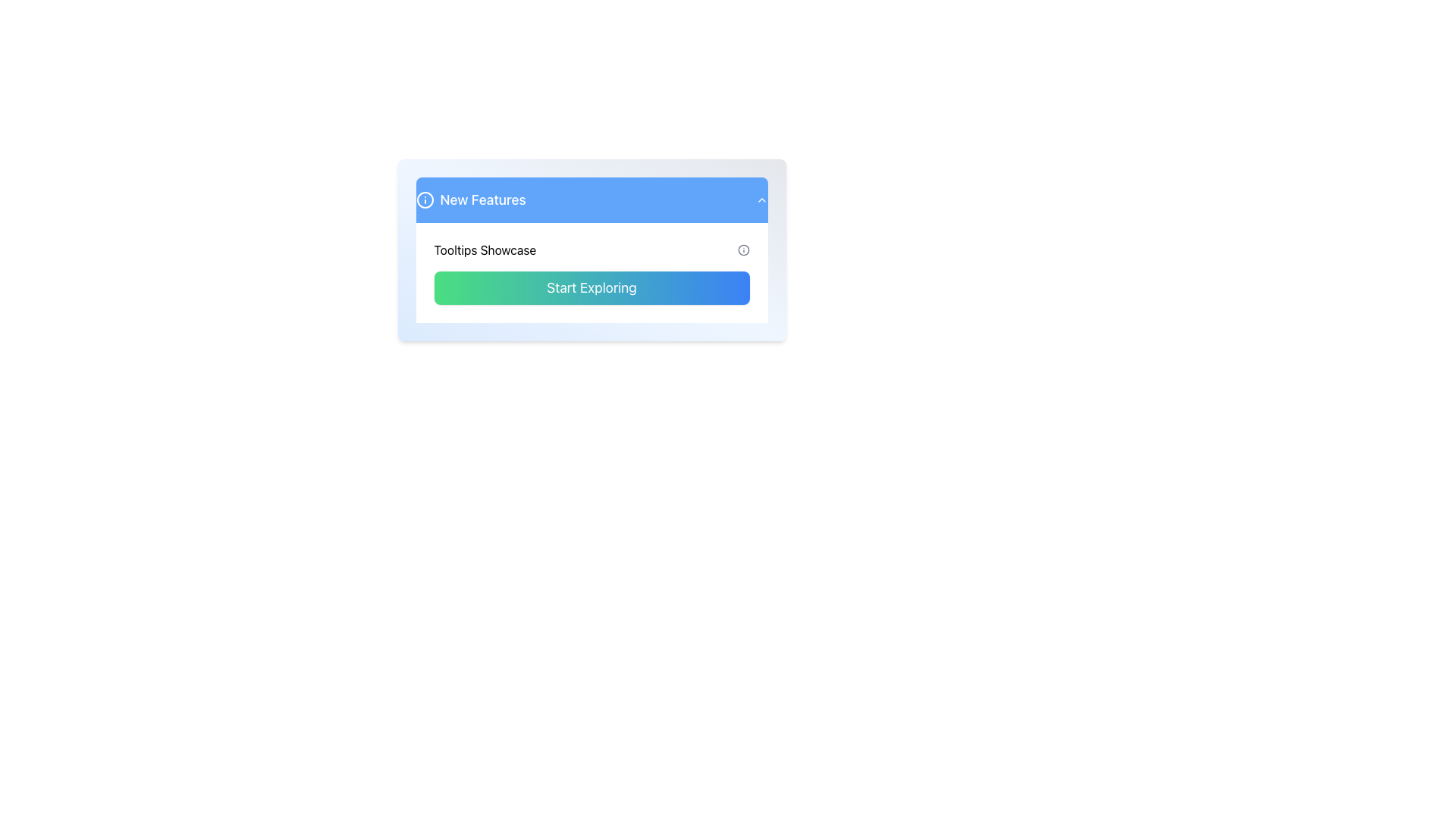 Image resolution: width=1456 pixels, height=819 pixels. What do you see at coordinates (482, 199) in the screenshot?
I see `the 'New Features' text label, which is displayed in a blue area with larger, bold text, located to the right of an information icon and above 'Tooltips Showcase'` at bounding box center [482, 199].